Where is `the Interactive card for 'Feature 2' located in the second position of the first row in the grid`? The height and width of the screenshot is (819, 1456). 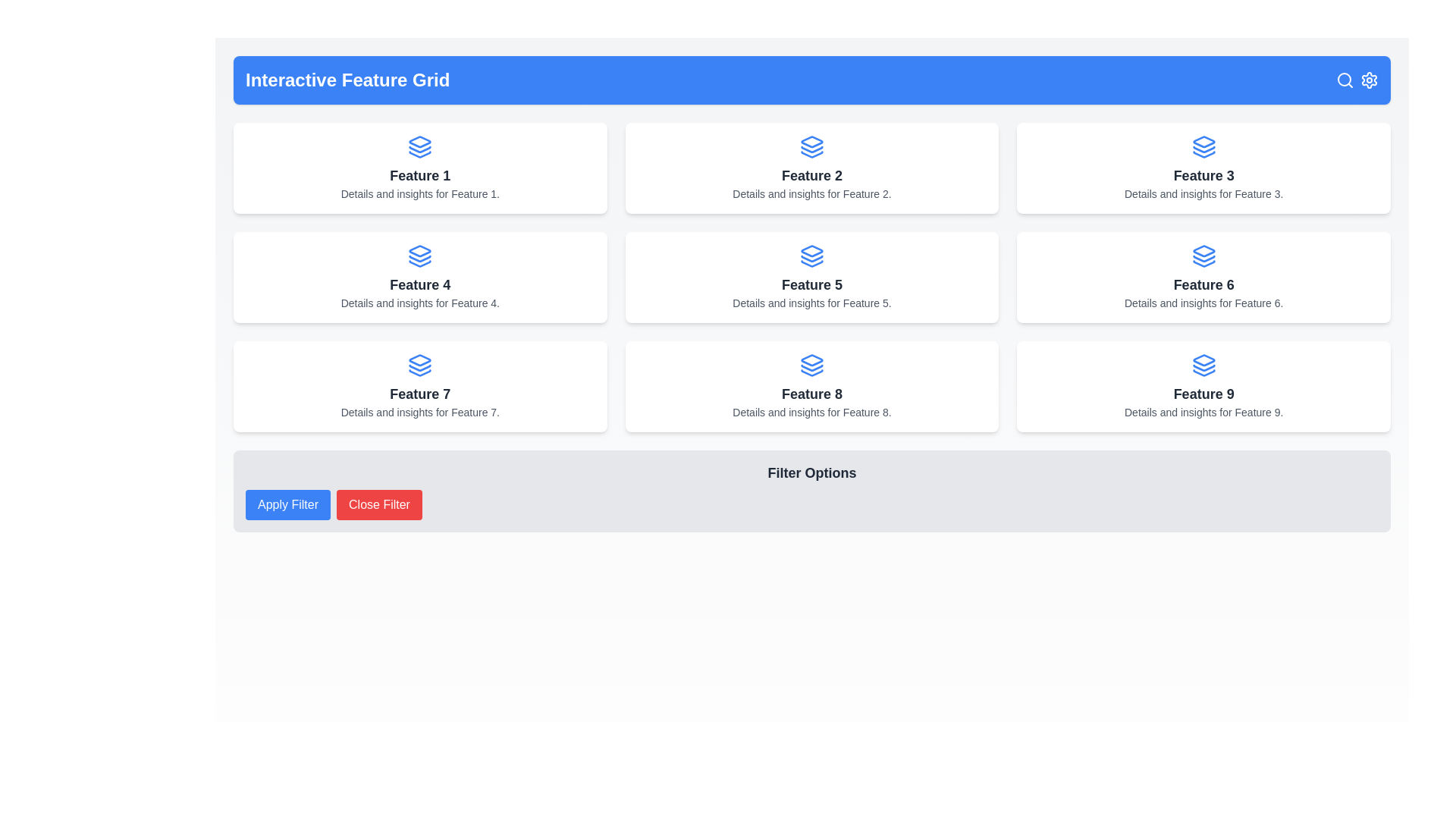 the Interactive card for 'Feature 2' located in the second position of the first row in the grid is located at coordinates (811, 168).